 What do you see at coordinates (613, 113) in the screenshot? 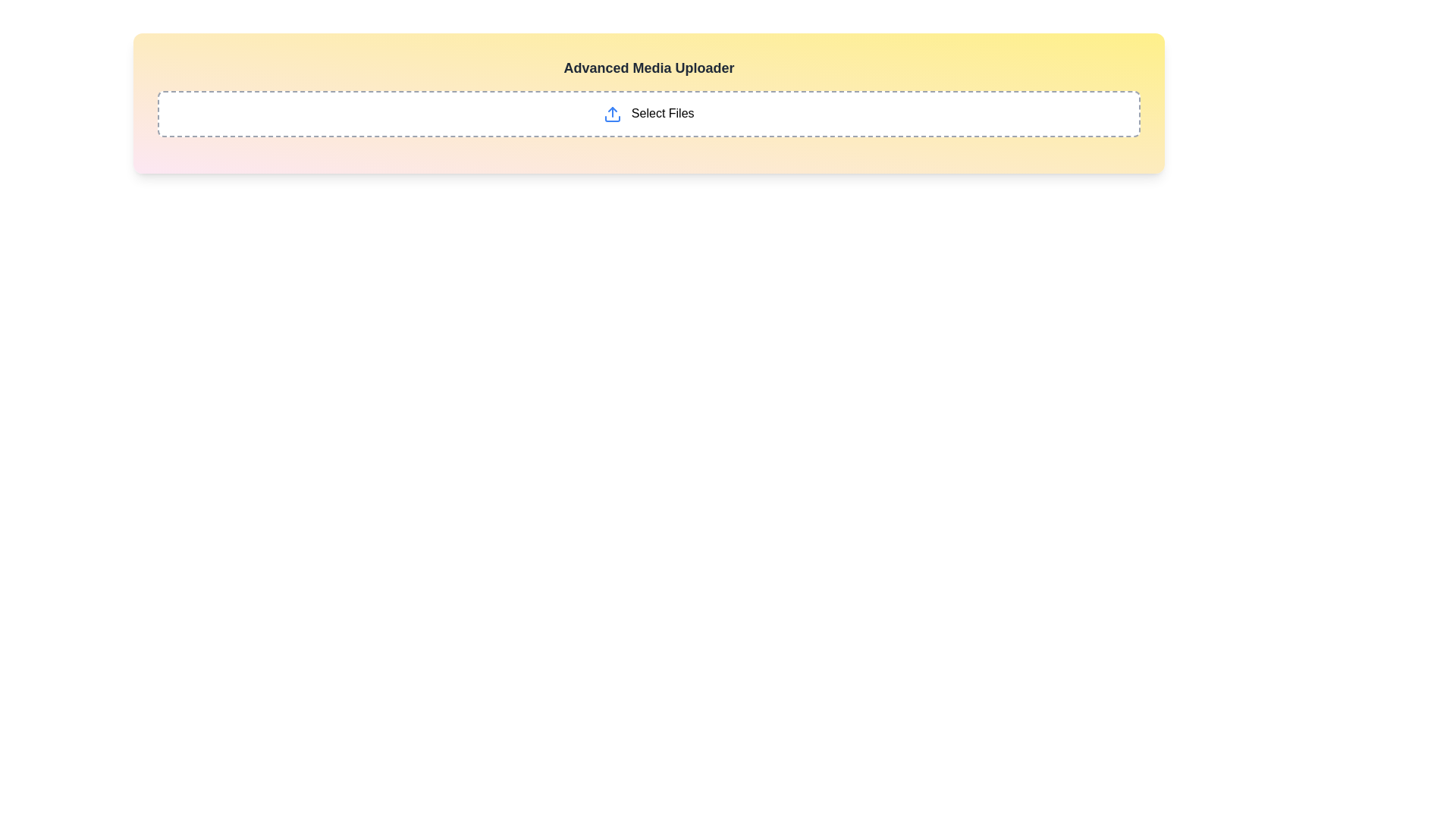
I see `the SVG icon representing an upload action, which has a blue outline and is positioned to the left of the 'Select Files' text` at bounding box center [613, 113].